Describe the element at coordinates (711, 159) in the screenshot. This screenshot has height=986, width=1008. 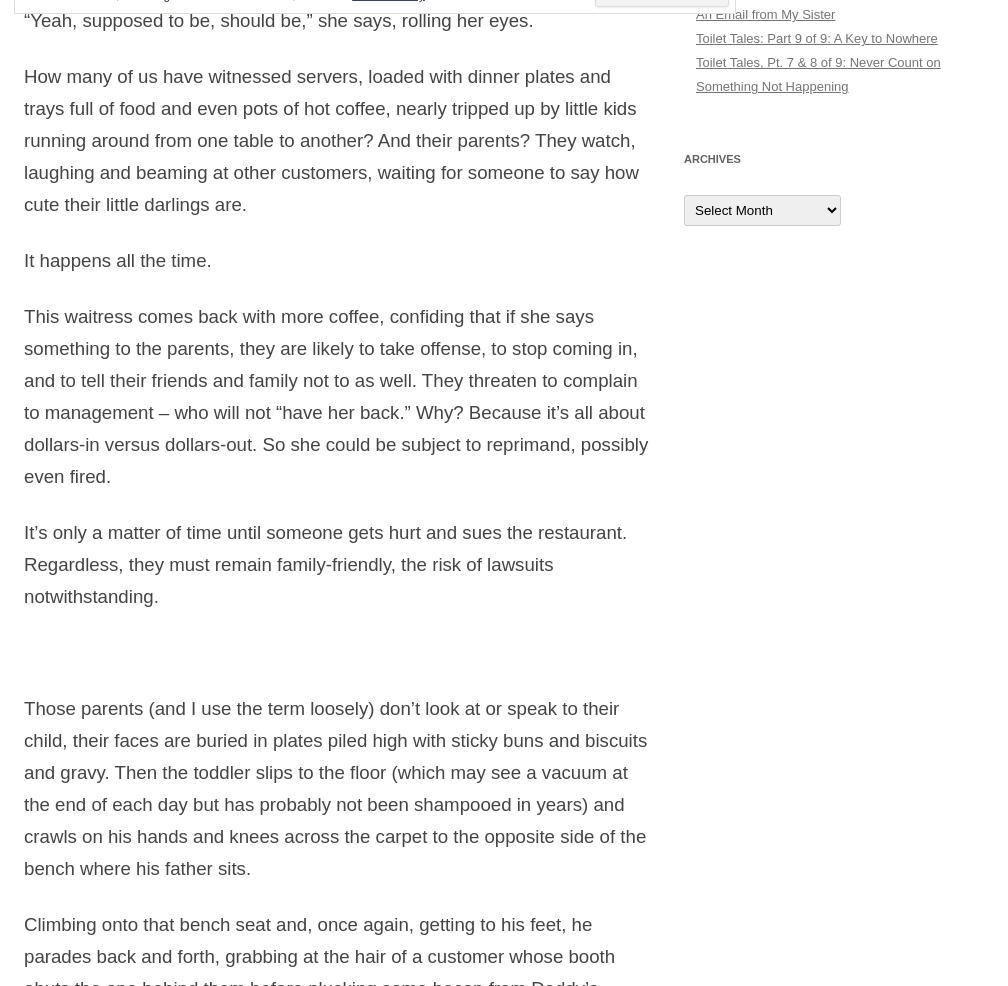
I see `'Archives'` at that location.